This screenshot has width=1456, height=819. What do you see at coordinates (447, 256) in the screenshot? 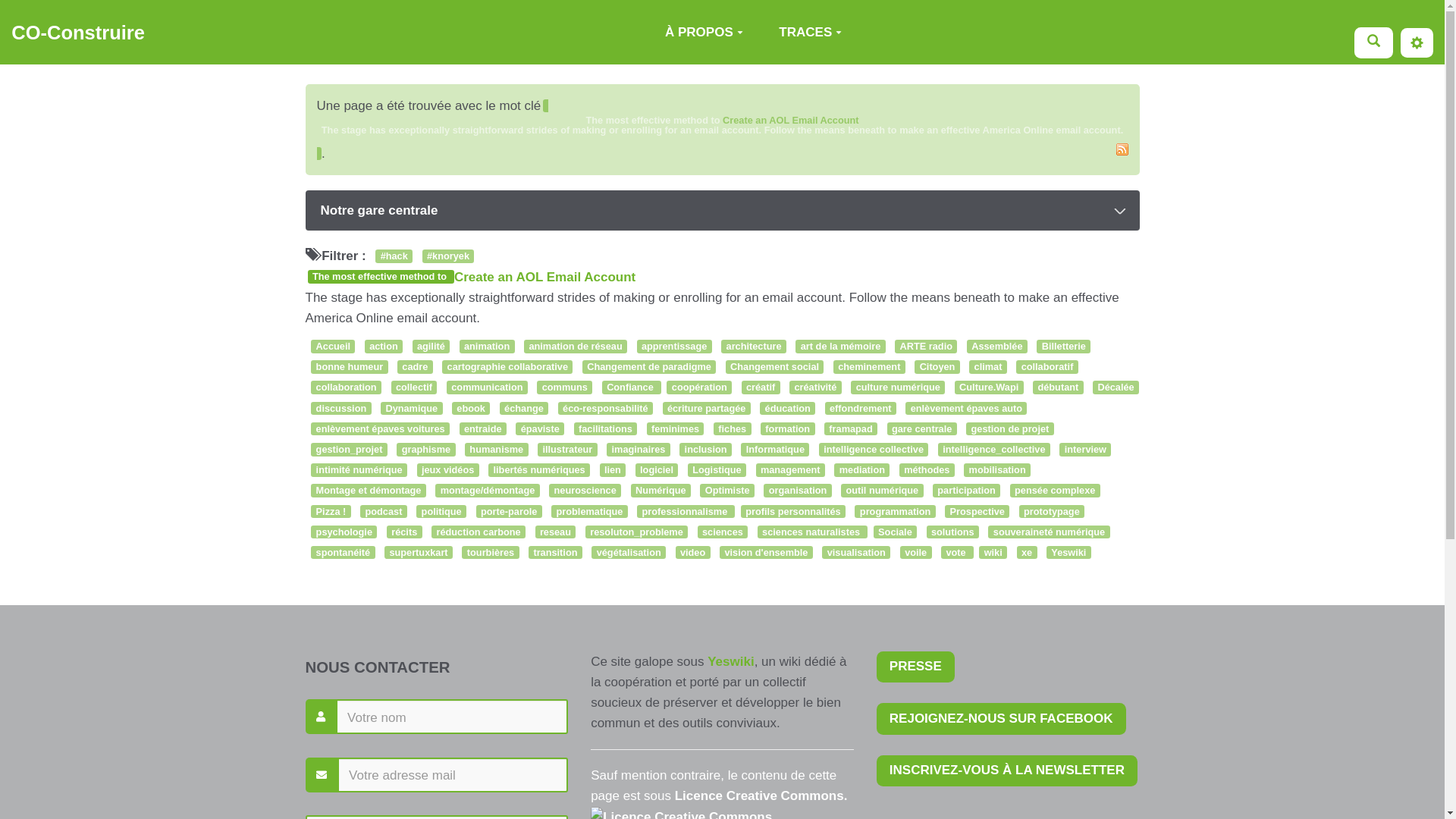
I see `'#knoryek'` at bounding box center [447, 256].